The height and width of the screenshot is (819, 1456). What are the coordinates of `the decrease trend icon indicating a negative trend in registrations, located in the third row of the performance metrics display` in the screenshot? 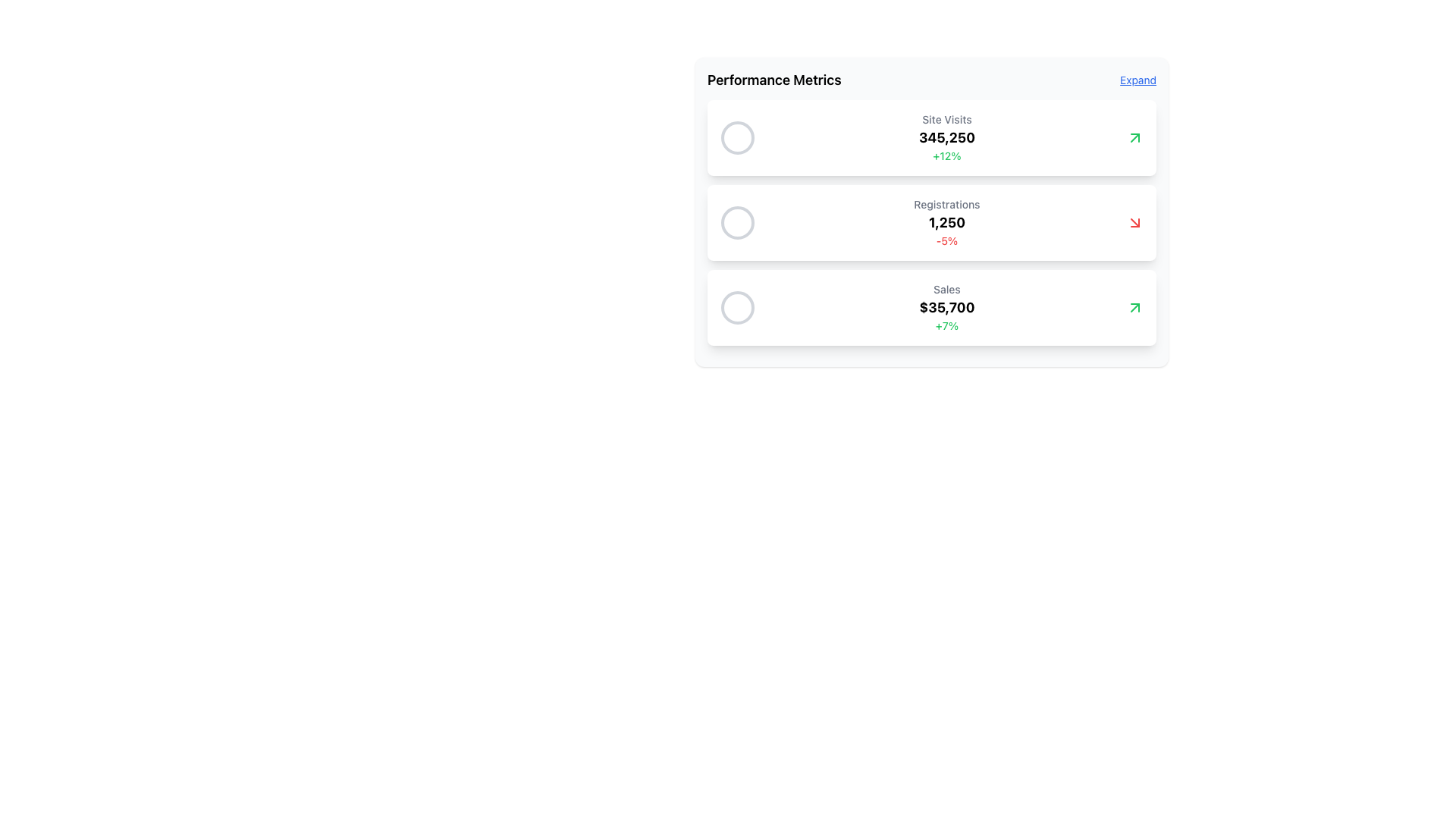 It's located at (1135, 222).